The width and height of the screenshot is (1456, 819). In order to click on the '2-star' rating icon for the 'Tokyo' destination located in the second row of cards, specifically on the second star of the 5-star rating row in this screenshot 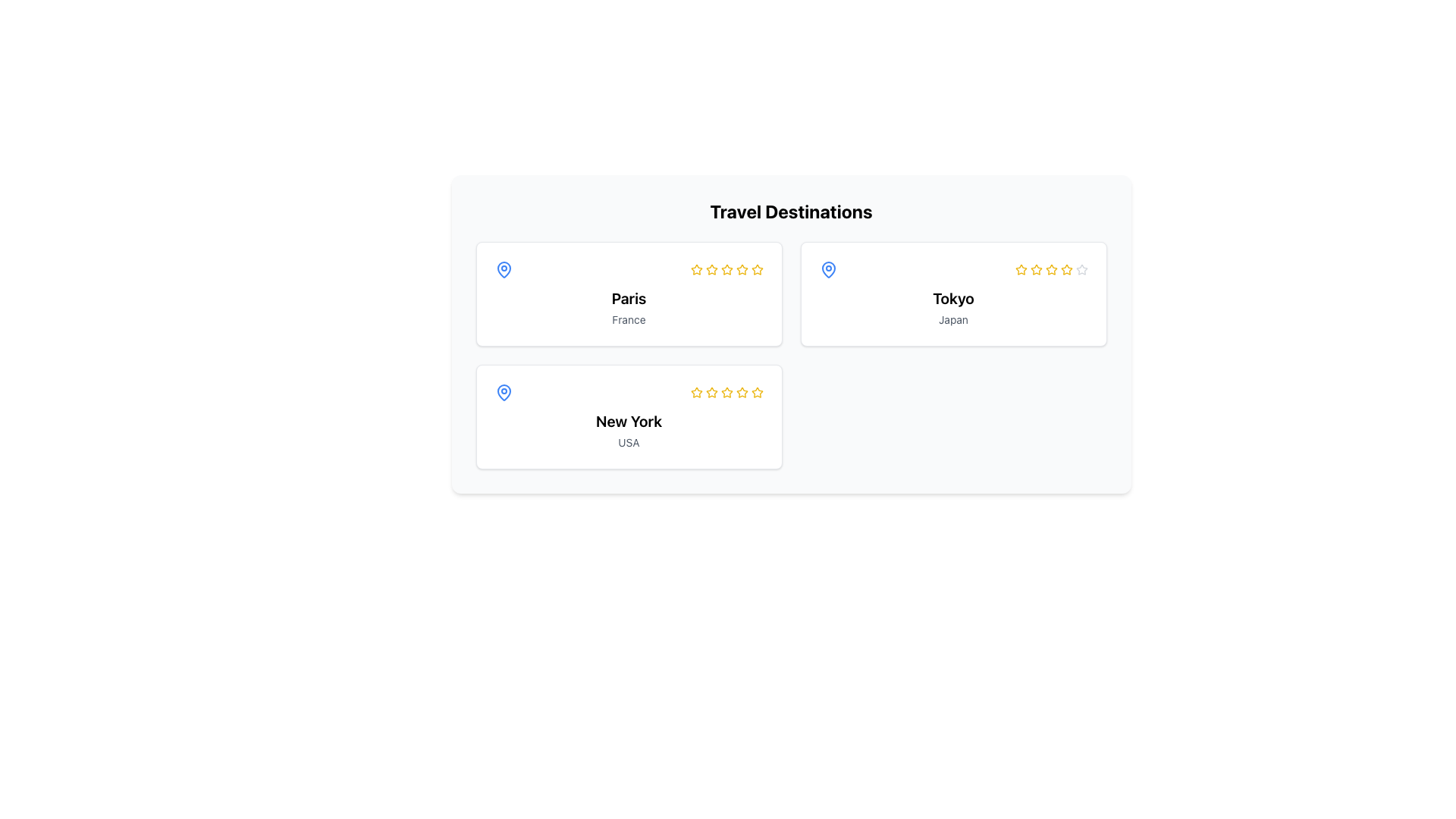, I will do `click(1035, 268)`.